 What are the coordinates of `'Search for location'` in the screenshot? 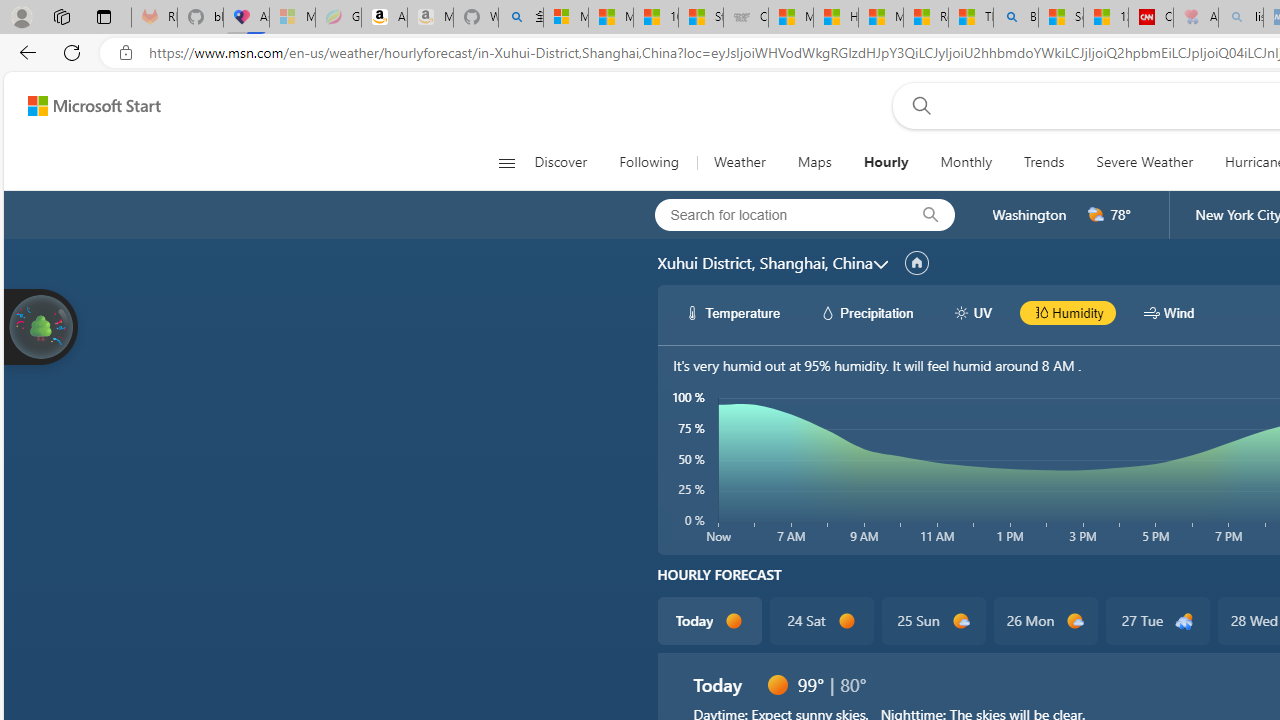 It's located at (774, 214).